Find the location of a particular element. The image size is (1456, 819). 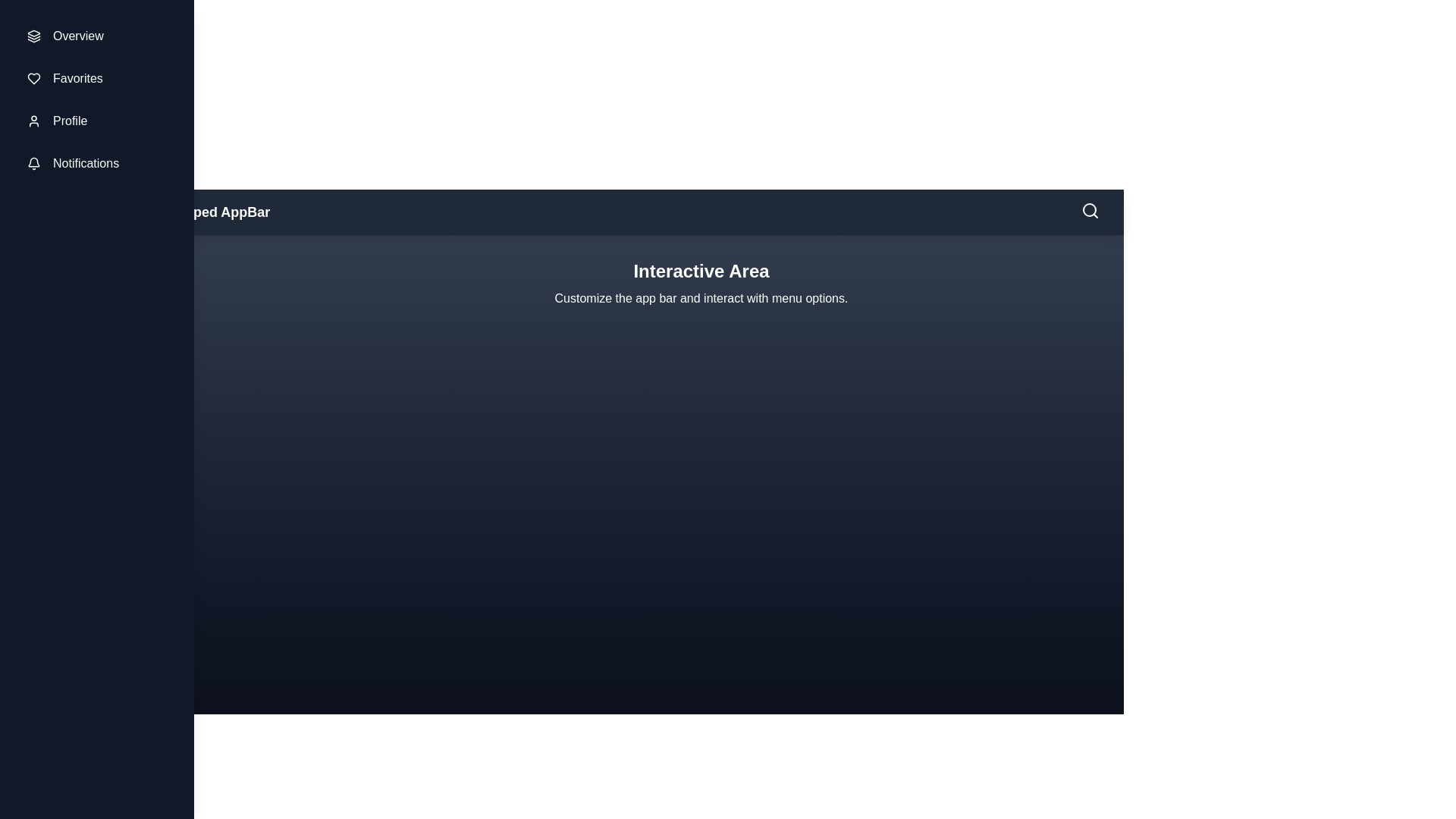

the search icon to initiate a search is located at coordinates (1090, 210).